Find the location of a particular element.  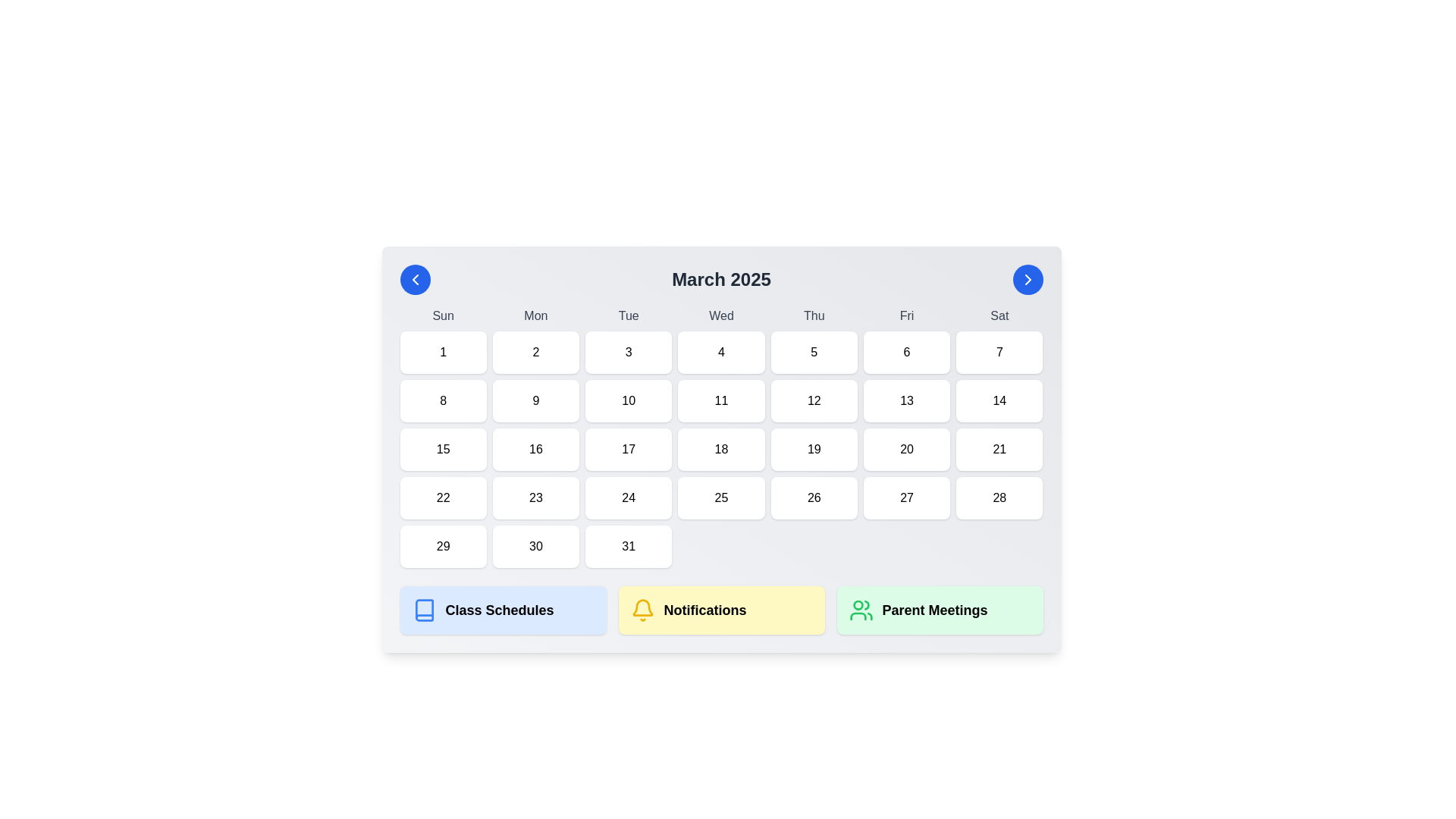

the text label displaying 'Thu', which is the fifth item in a row of day names in the calendar layout located beneath the header 'March 2025' is located at coordinates (813, 315).